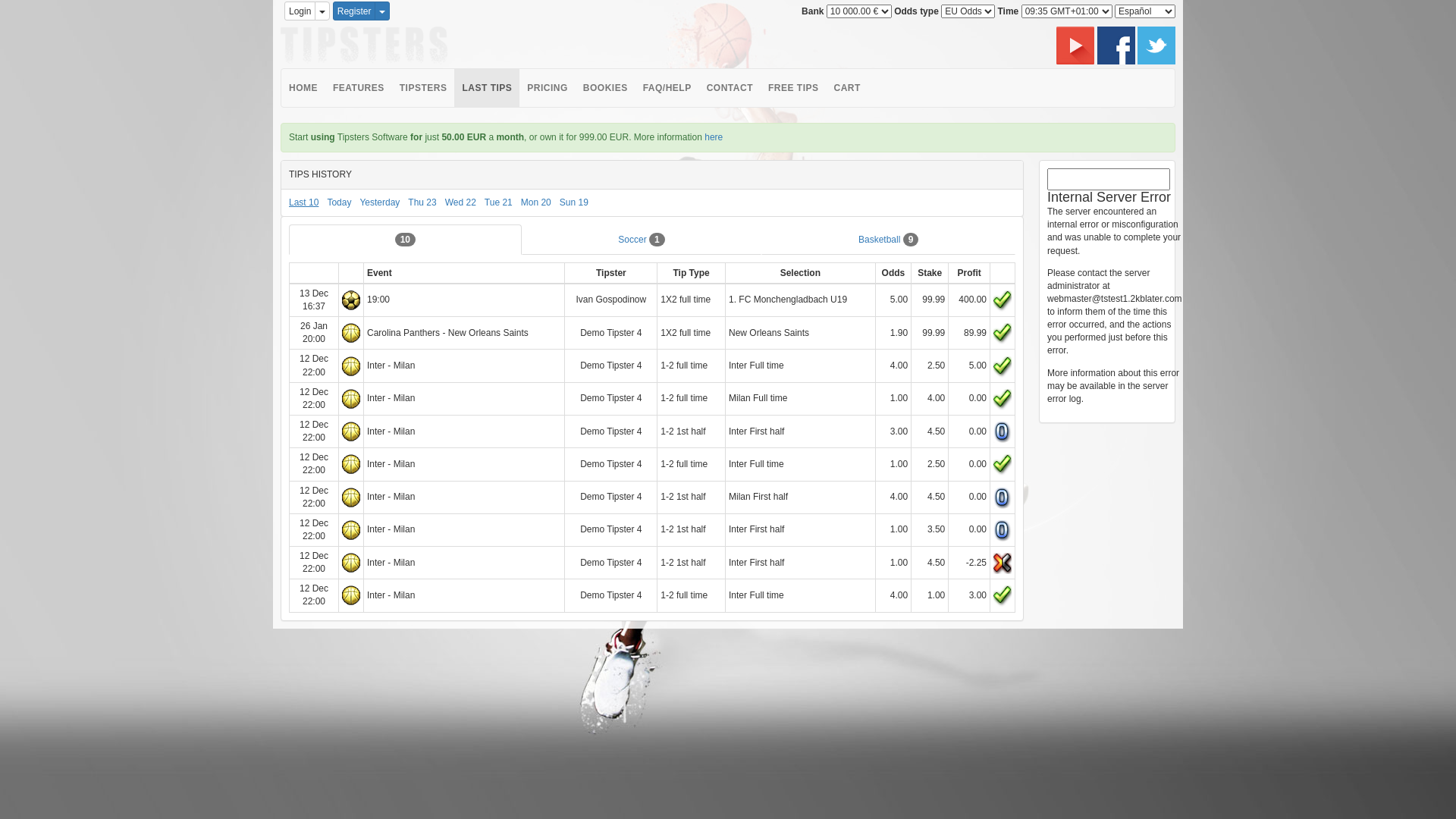 The image size is (1456, 819). What do you see at coordinates (405, 239) in the screenshot?
I see `'10'` at bounding box center [405, 239].